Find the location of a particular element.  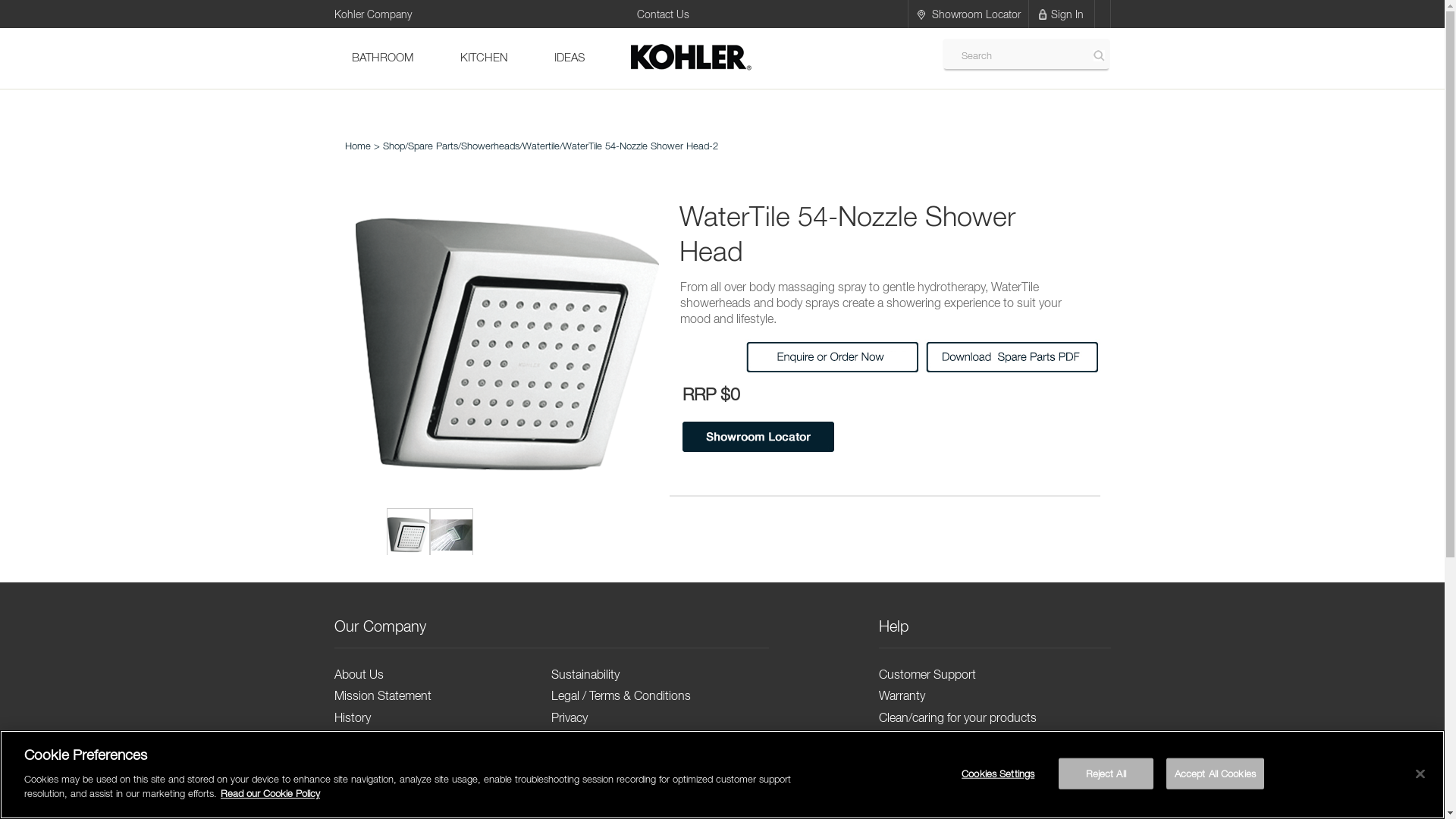

'Press Room' is located at coordinates (366, 783).